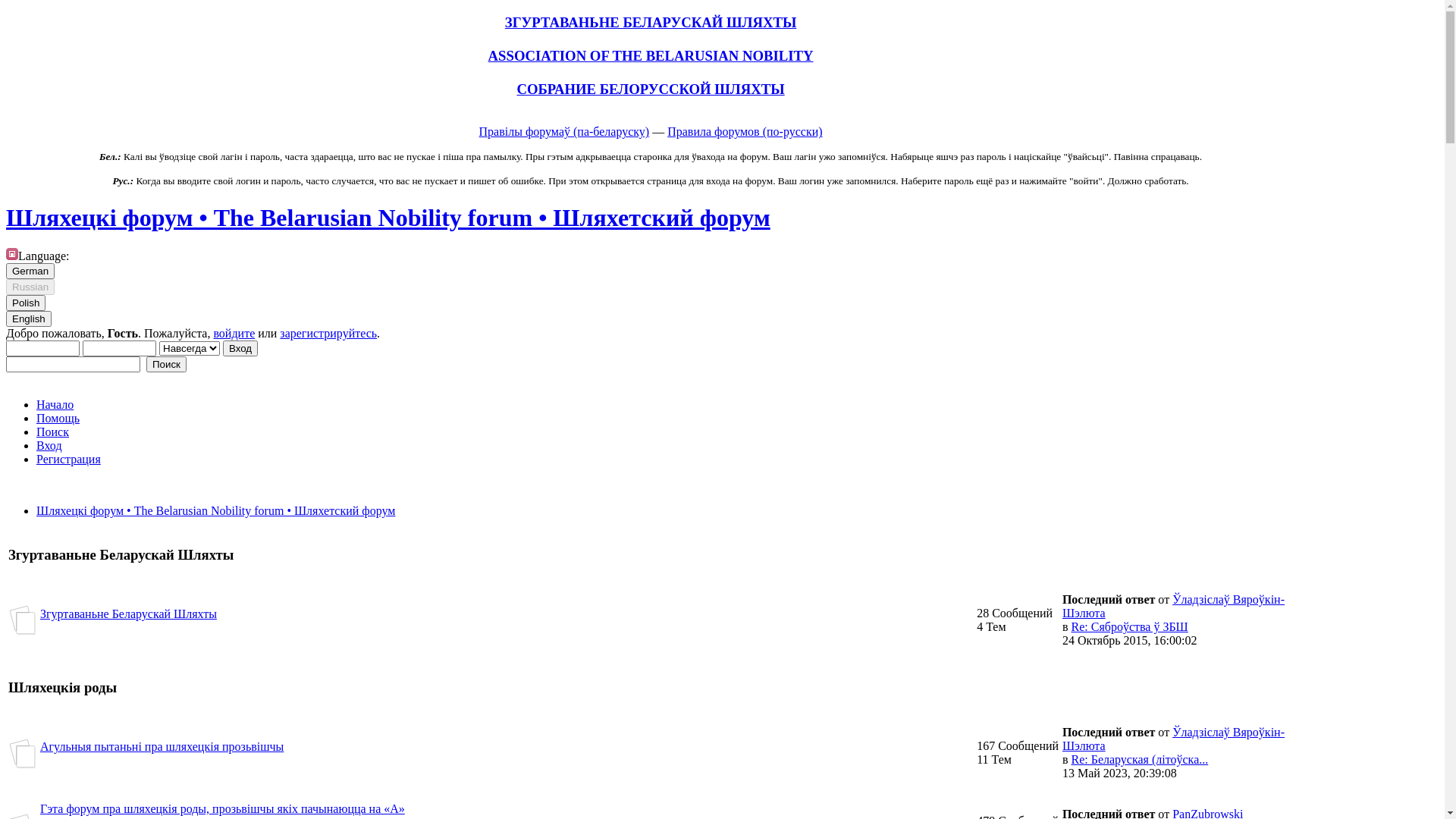  Describe the element at coordinates (6, 287) in the screenshot. I see `'Russian'` at that location.